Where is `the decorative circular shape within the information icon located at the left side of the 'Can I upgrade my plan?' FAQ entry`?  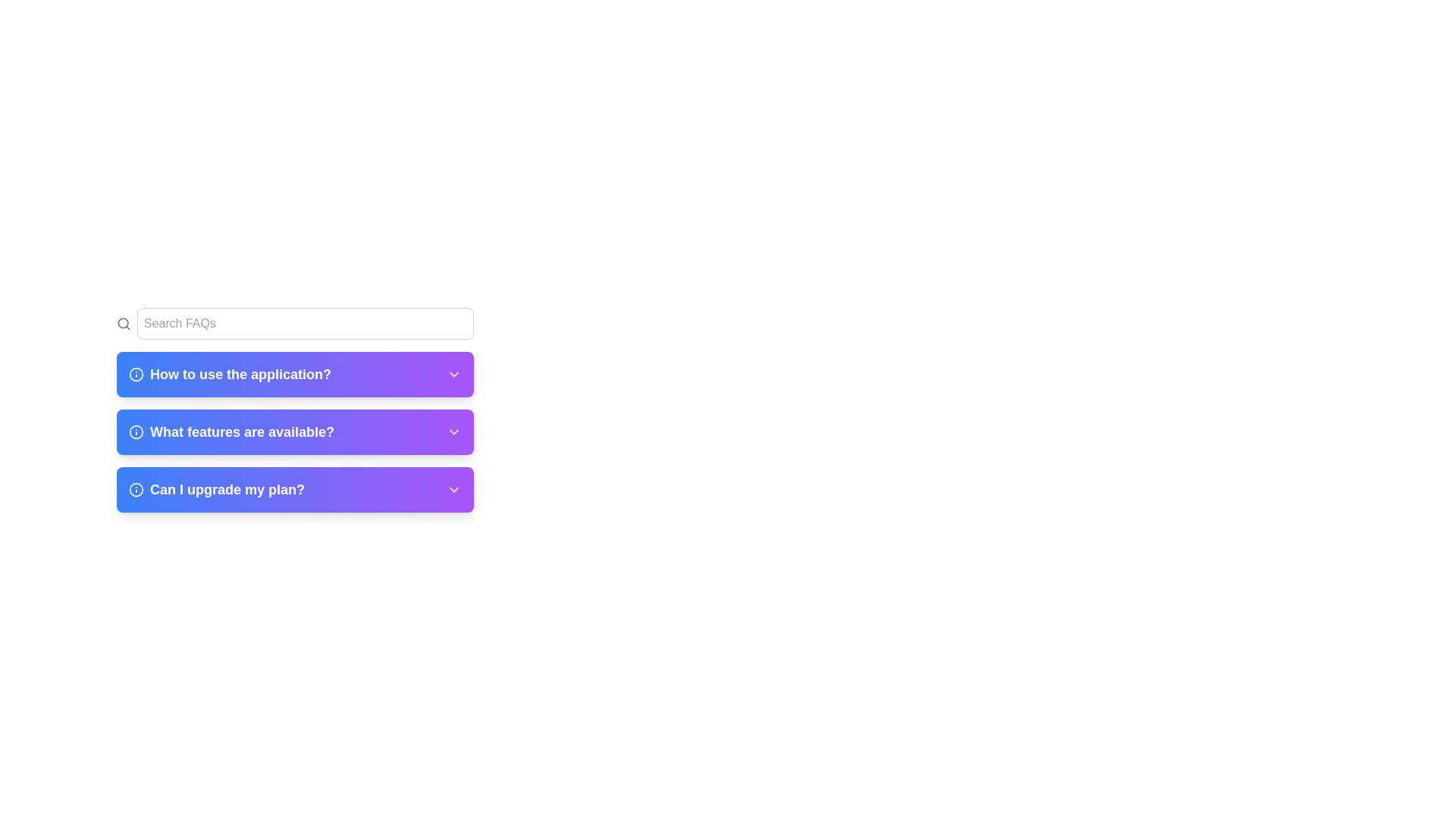
the decorative circular shape within the information icon located at the left side of the 'Can I upgrade my plan?' FAQ entry is located at coordinates (136, 489).